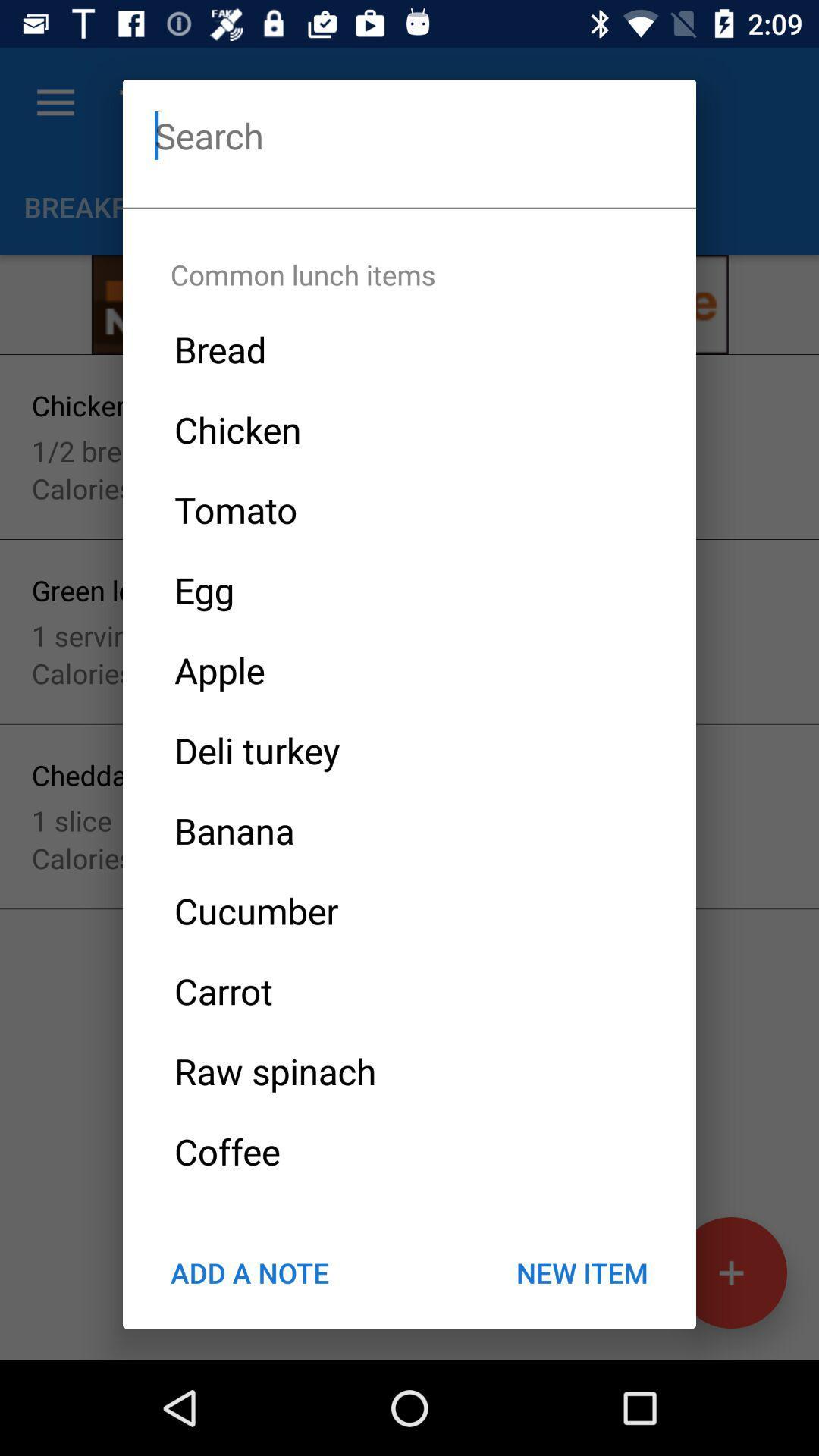 This screenshot has height=1456, width=819. What do you see at coordinates (409, 135) in the screenshot?
I see `search option` at bounding box center [409, 135].